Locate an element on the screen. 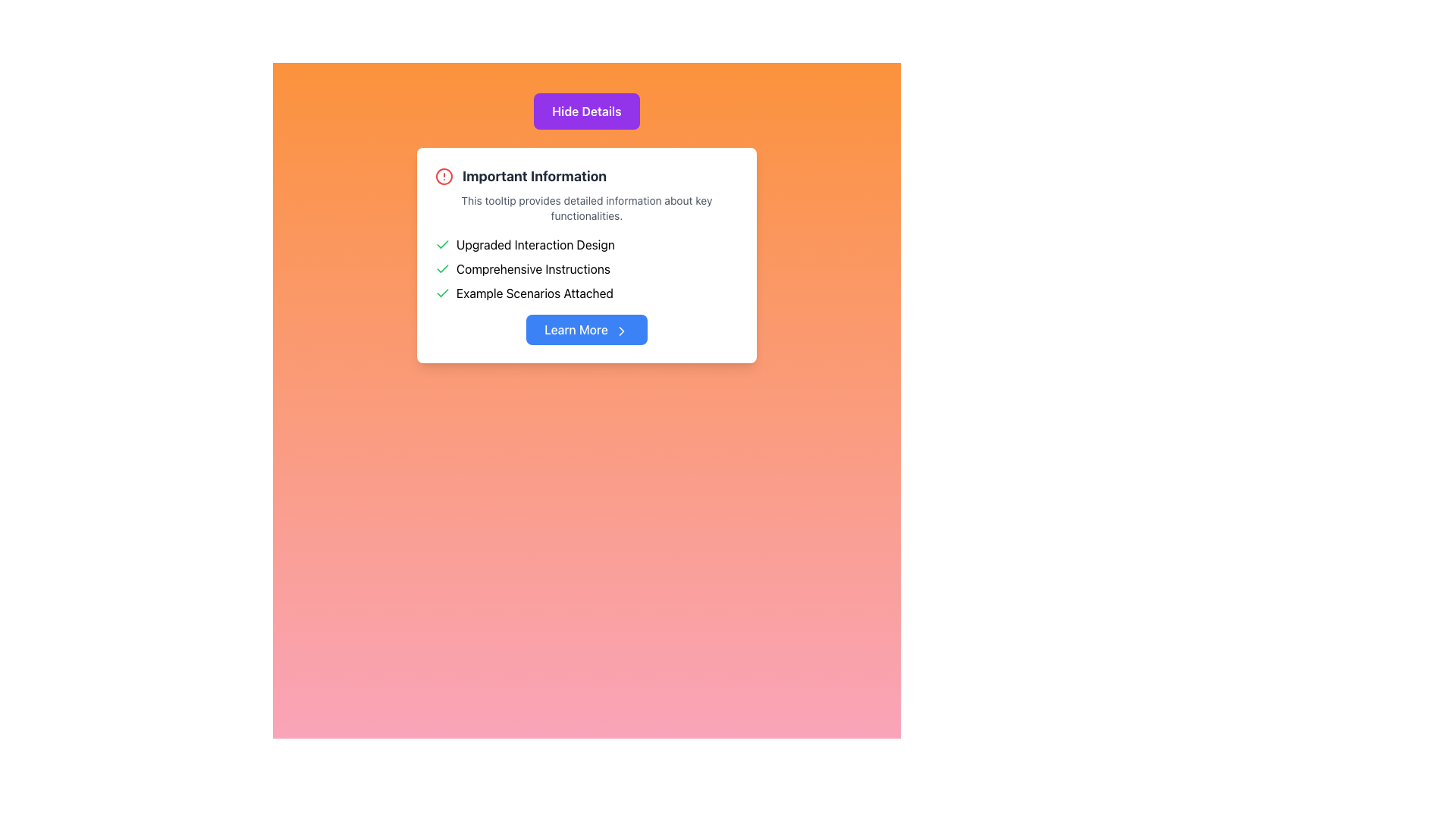  the vertically arranged list containing the text 'Upgraded Interaction Design,' 'Comprehensive Instructions,' and 'Example Scenarios Attached,' which is located in the modal titled 'Important Information.' is located at coordinates (585, 268).